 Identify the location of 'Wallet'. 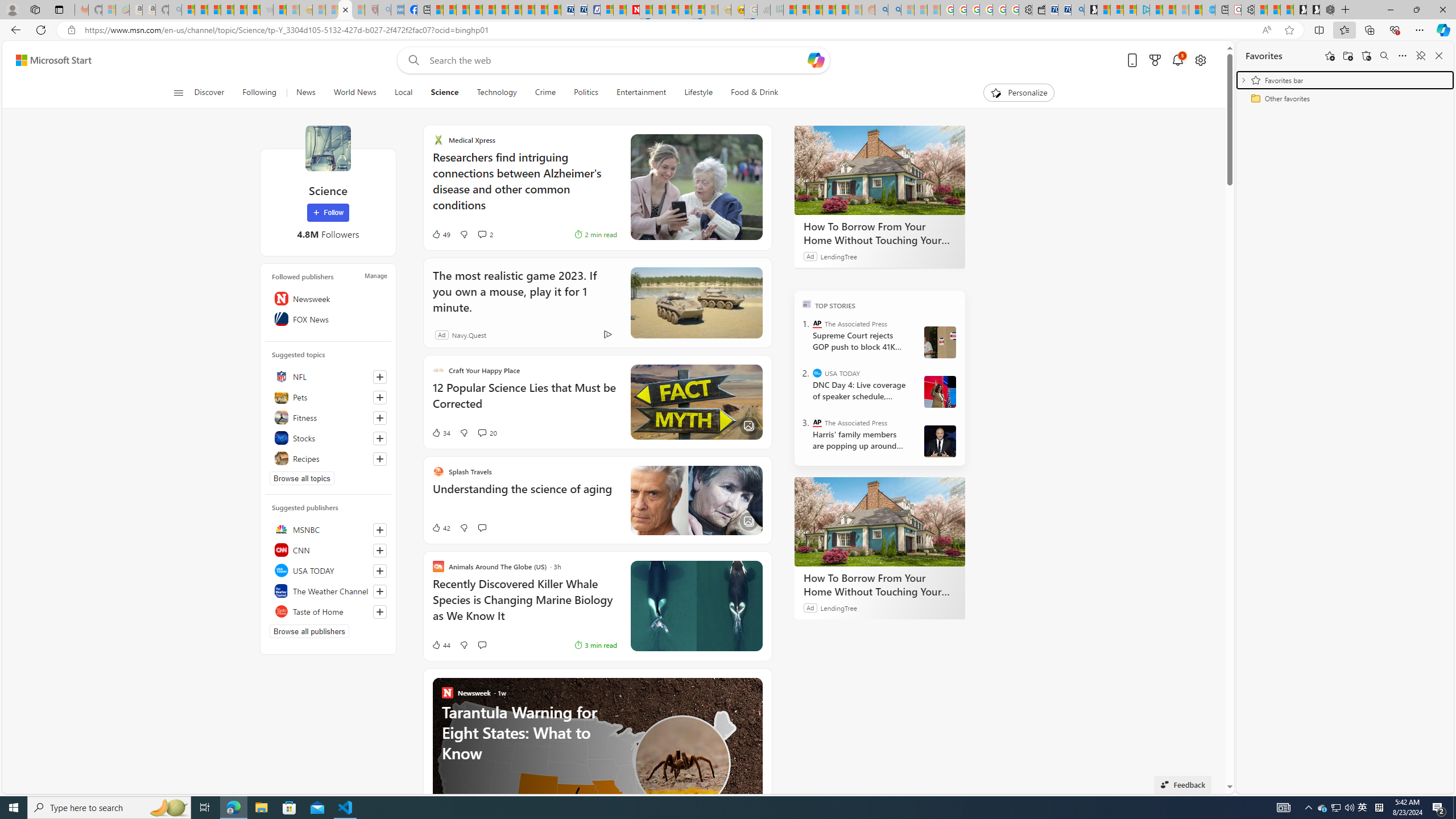
(1038, 9).